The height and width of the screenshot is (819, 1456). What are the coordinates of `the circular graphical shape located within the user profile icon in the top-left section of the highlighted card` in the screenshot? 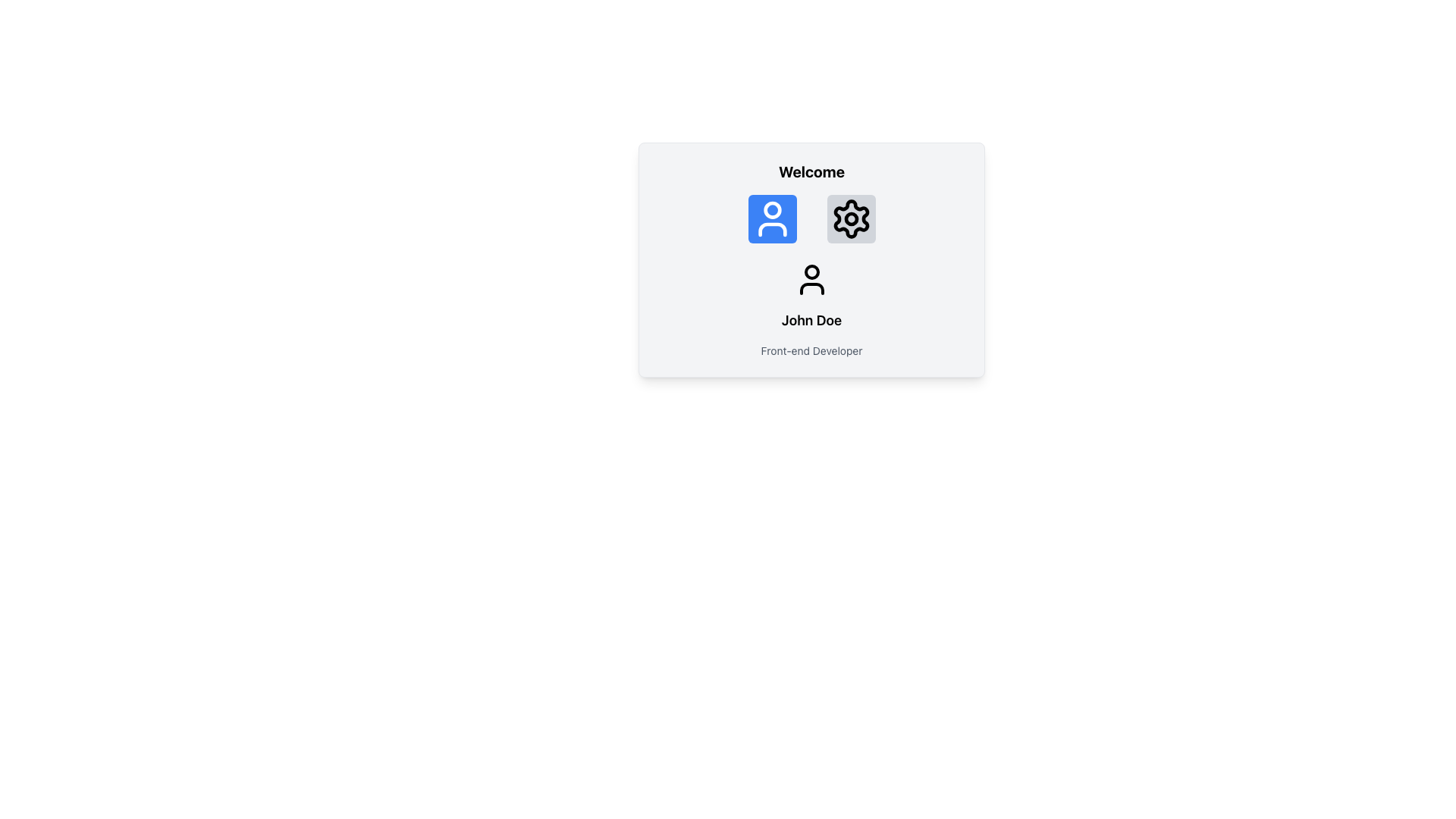 It's located at (811, 271).